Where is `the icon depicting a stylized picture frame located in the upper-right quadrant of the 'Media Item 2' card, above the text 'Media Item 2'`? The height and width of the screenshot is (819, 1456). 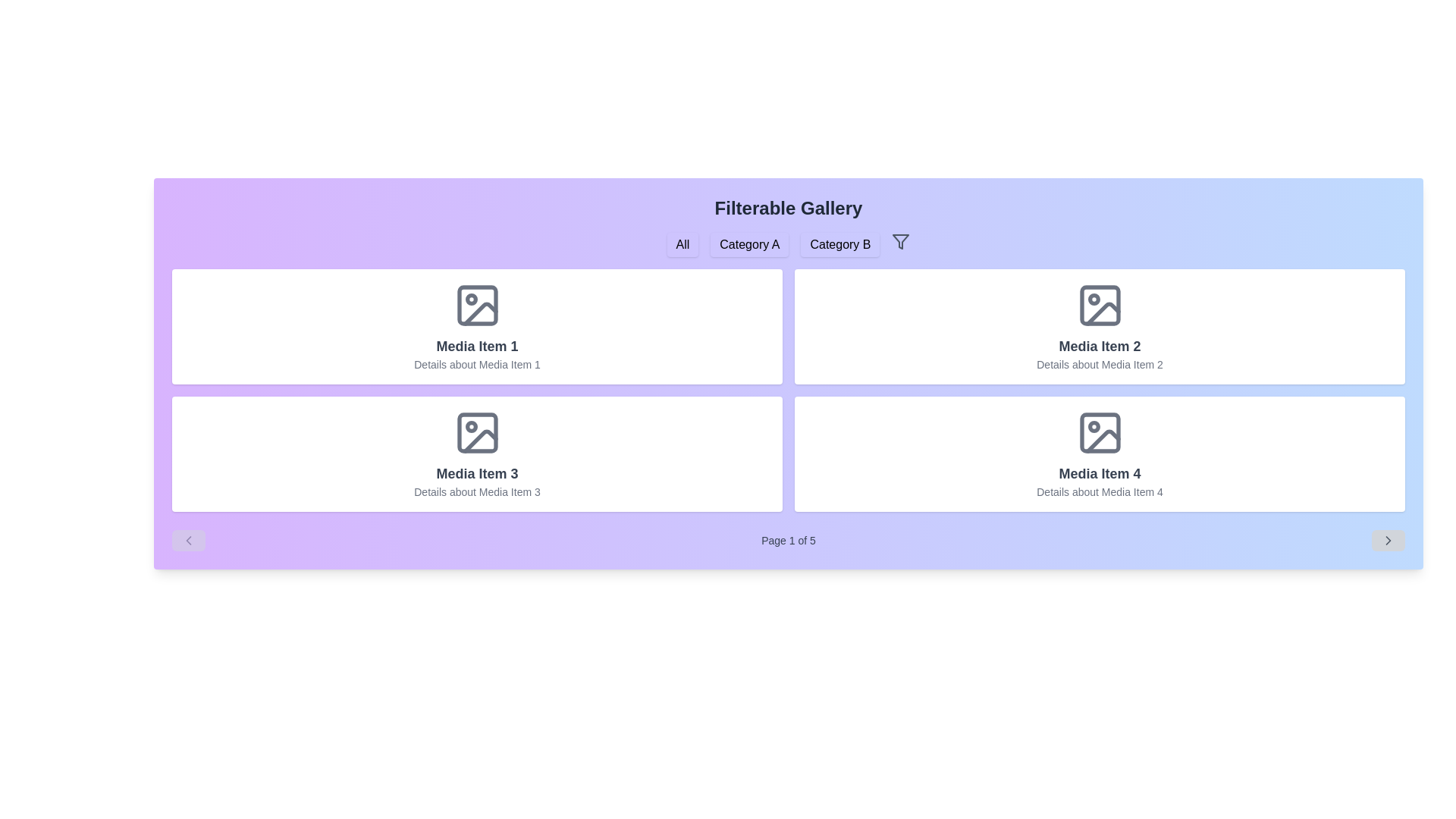 the icon depicting a stylized picture frame located in the upper-right quadrant of the 'Media Item 2' card, above the text 'Media Item 2' is located at coordinates (1100, 305).